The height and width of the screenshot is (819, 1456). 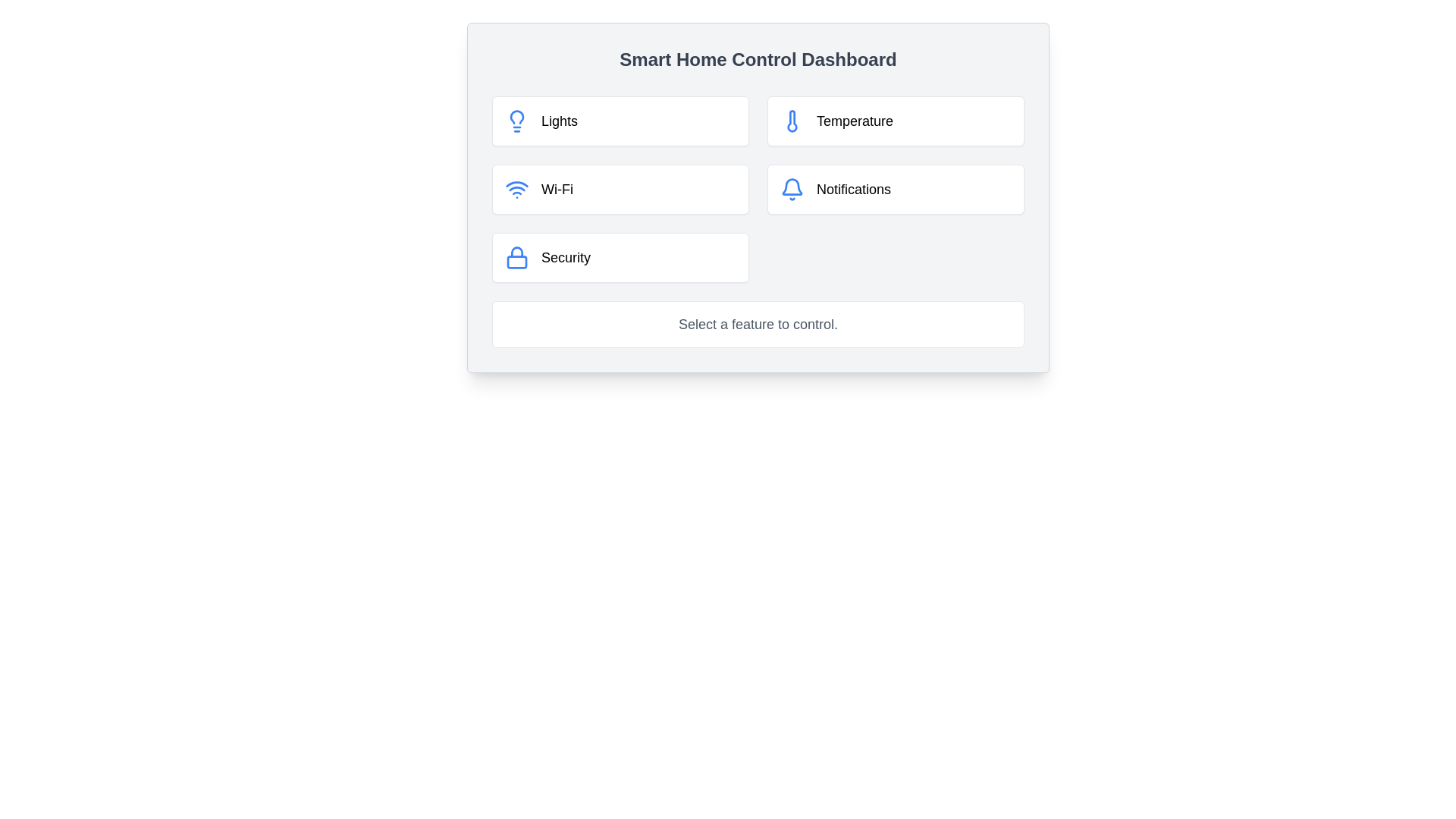 I want to click on the bell icon representing the notification feature located in the top-right section of the interface, to the left of the 'Notifications' label, so click(x=792, y=189).